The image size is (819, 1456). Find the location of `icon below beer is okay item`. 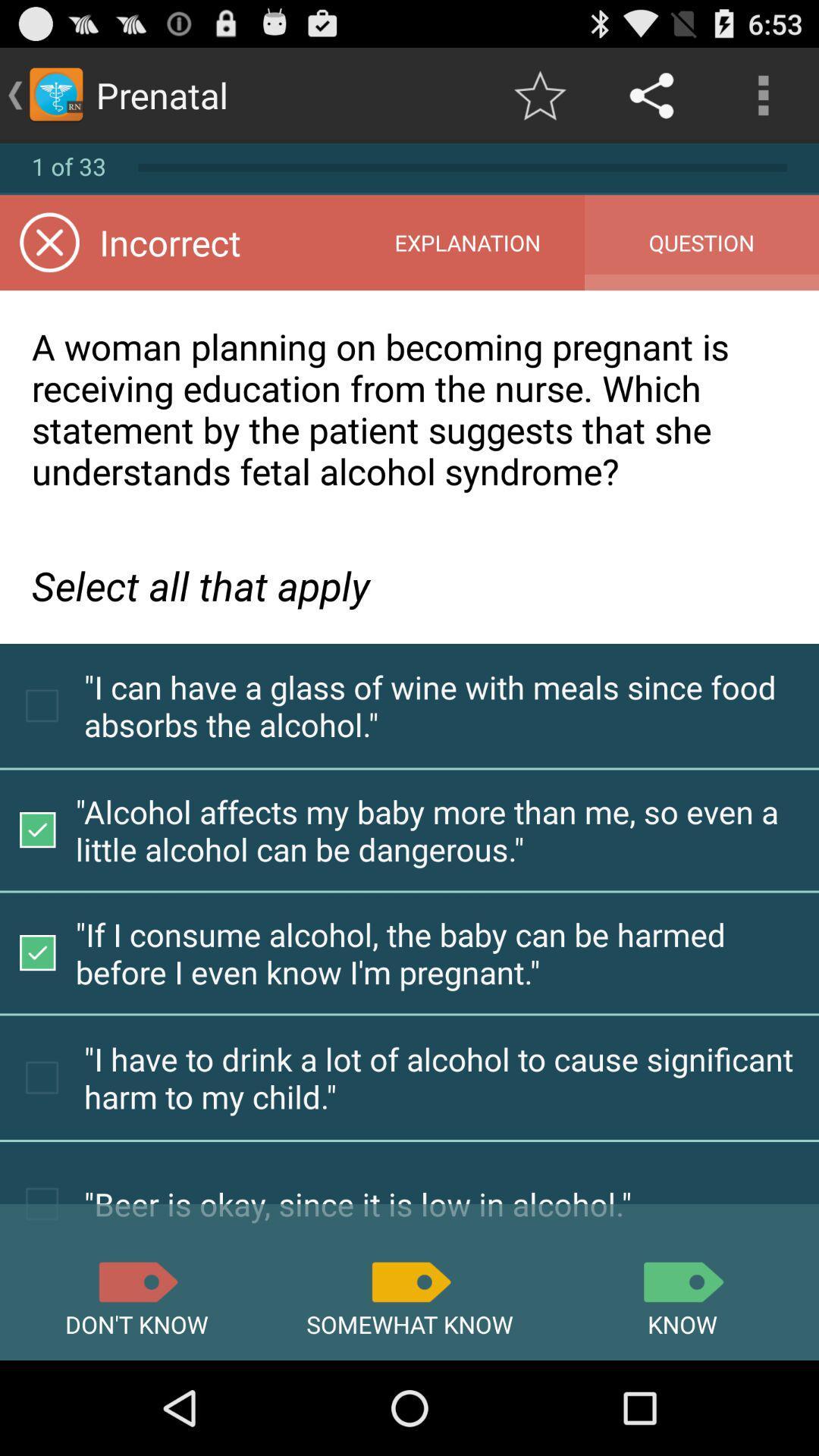

icon below beer is okay item is located at coordinates (136, 1281).